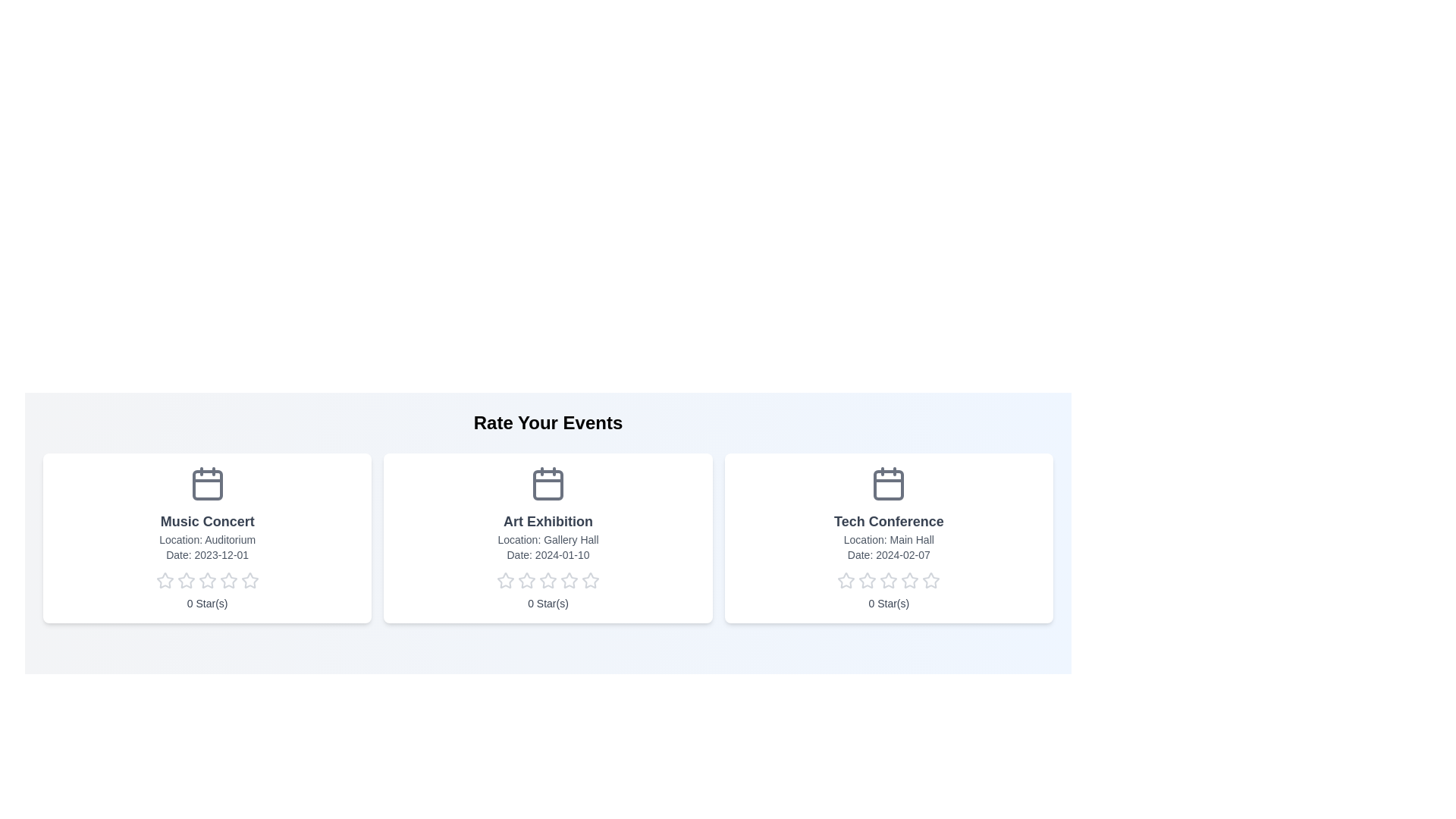 The height and width of the screenshot is (819, 1456). I want to click on the event card for Tech Conference to navigate to its details, so click(889, 537).